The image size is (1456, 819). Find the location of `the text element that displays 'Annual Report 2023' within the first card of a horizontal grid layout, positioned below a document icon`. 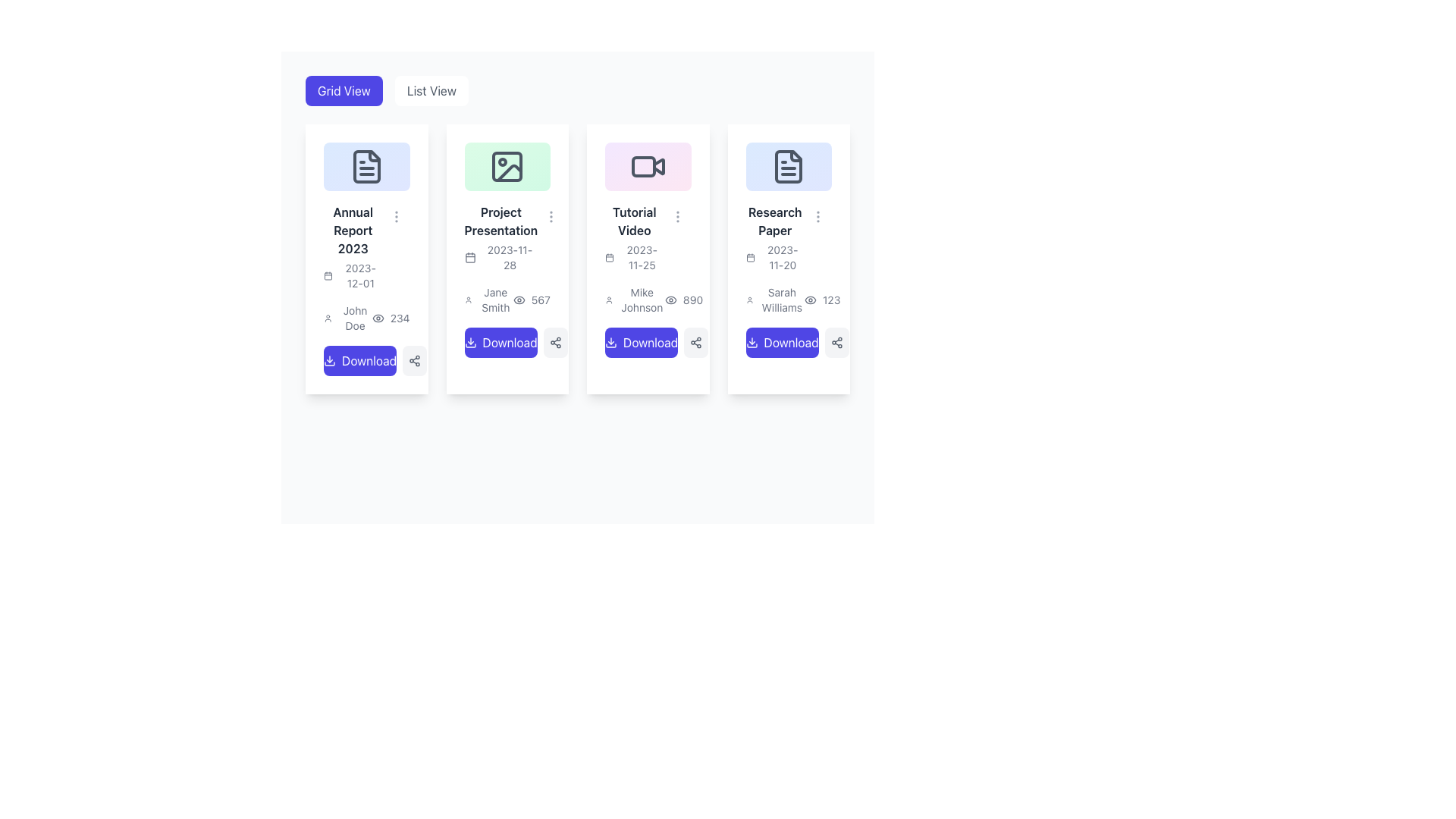

the text element that displays 'Annual Report 2023' within the first card of a horizontal grid layout, positioned below a document icon is located at coordinates (352, 246).